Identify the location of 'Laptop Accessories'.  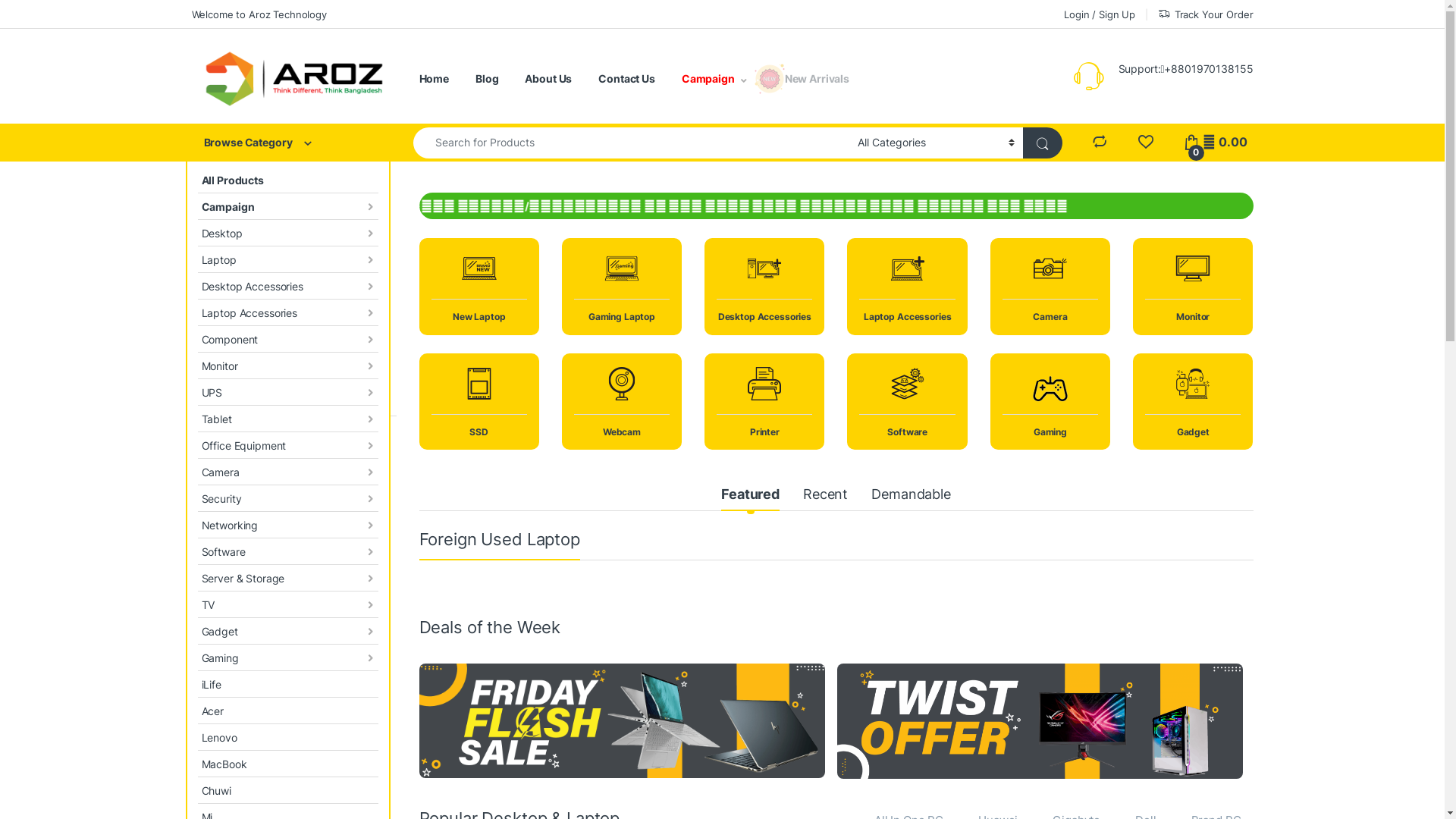
(287, 312).